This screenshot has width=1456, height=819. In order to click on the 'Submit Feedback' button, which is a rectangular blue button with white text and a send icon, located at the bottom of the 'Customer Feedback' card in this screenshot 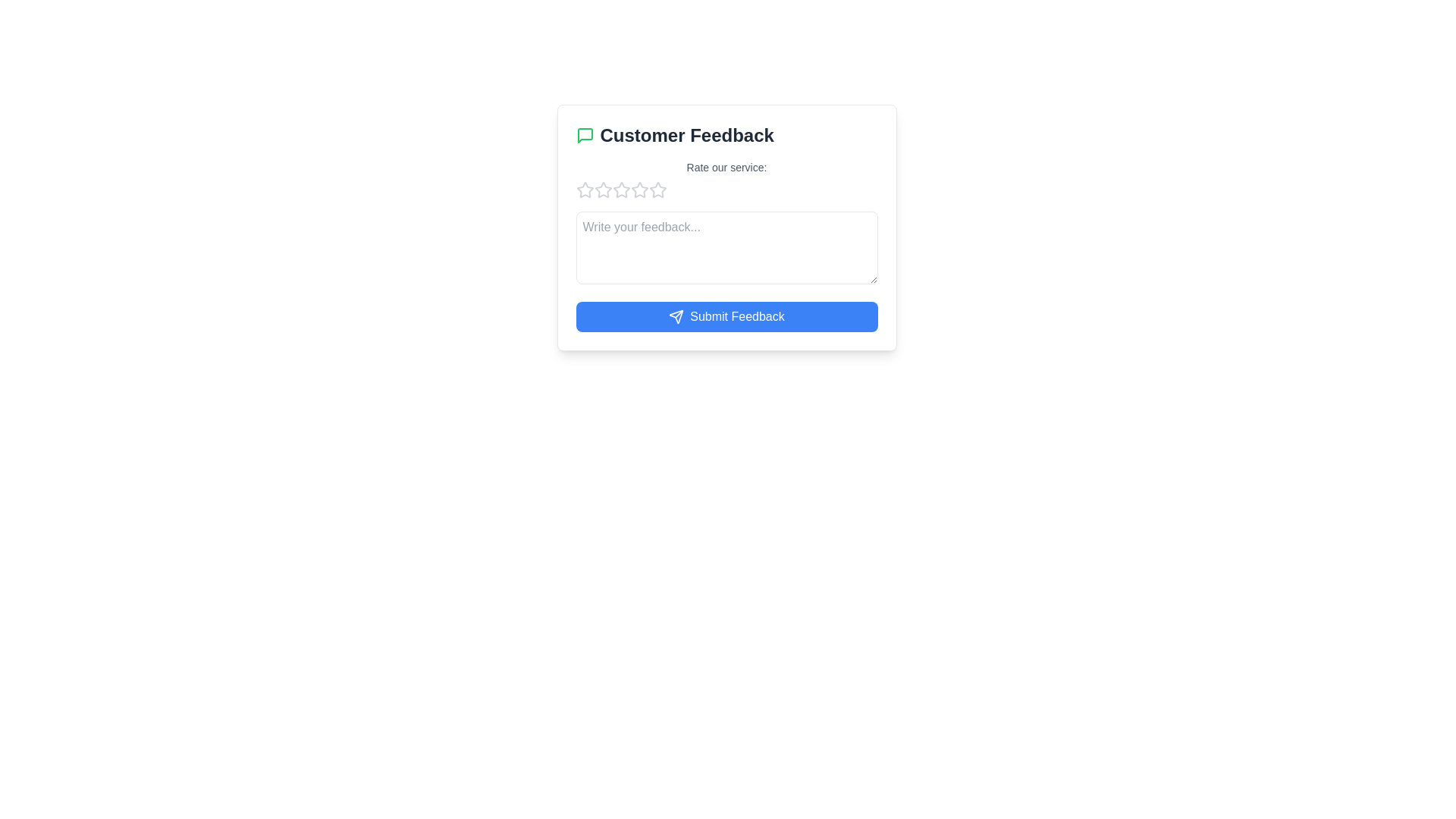, I will do `click(726, 315)`.